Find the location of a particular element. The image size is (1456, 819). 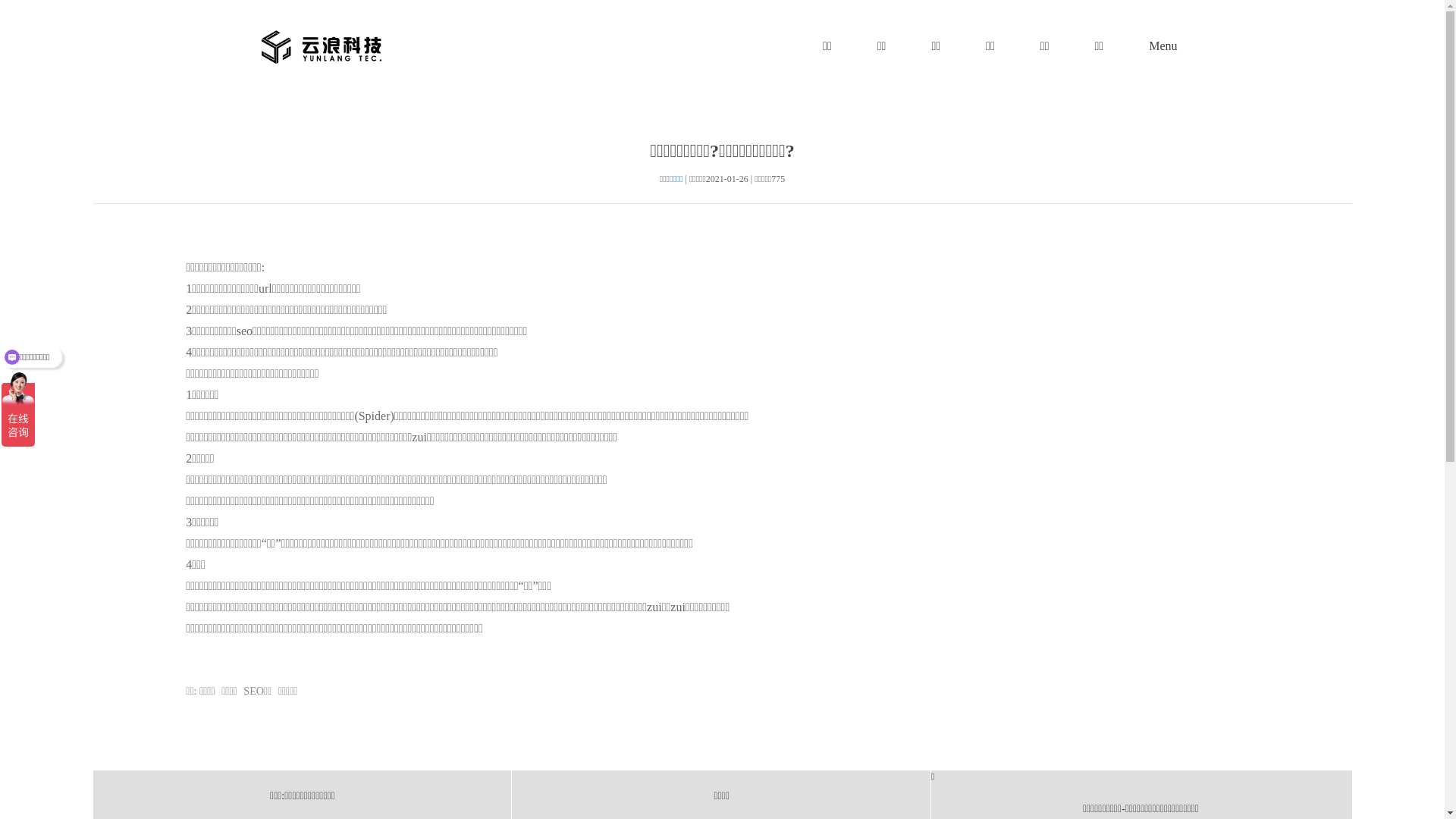

'Menu' is located at coordinates (1162, 45).